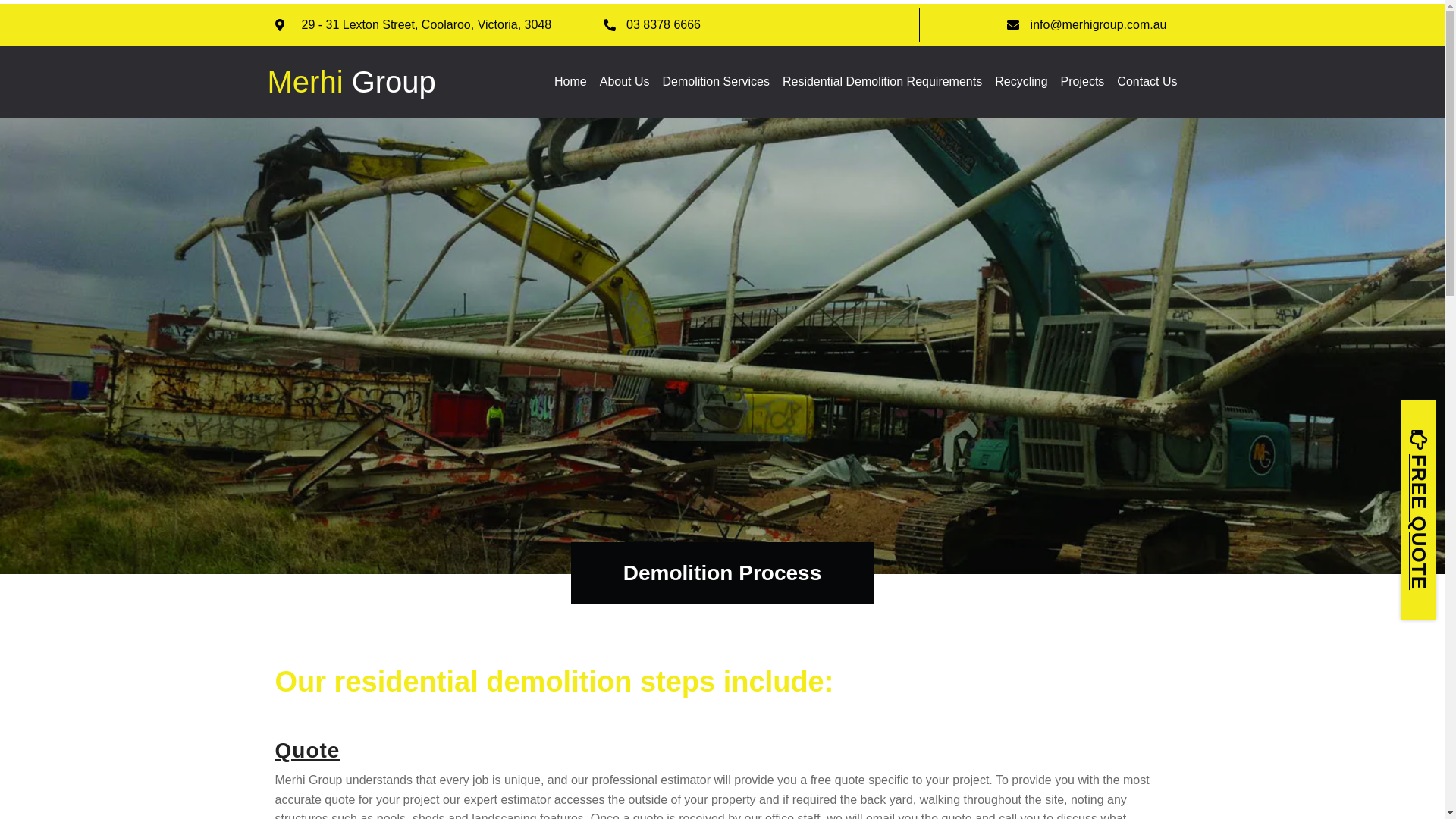 This screenshot has height=819, width=1456. What do you see at coordinates (599, 82) in the screenshot?
I see `'About Us'` at bounding box center [599, 82].